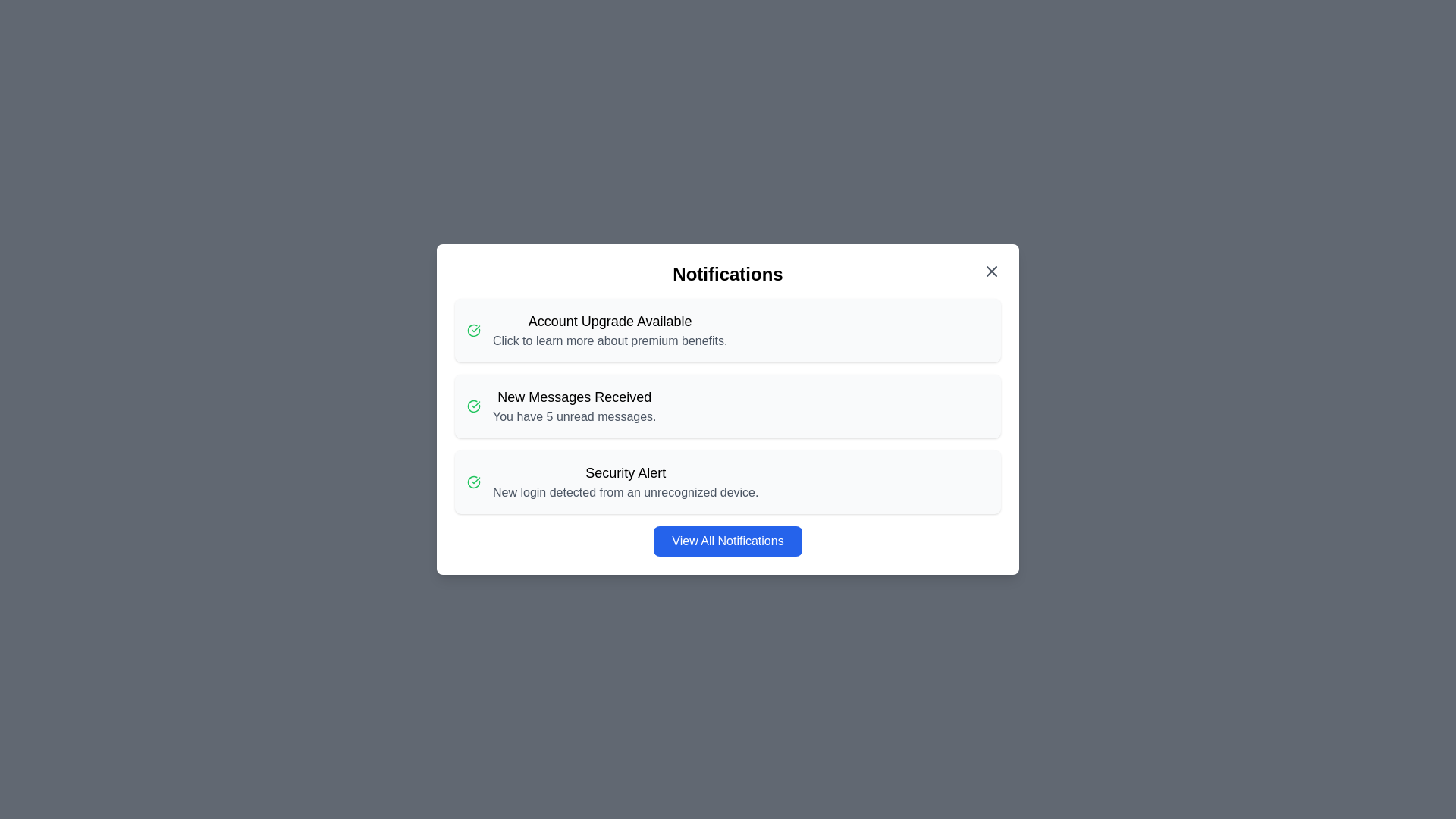  What do you see at coordinates (728, 540) in the screenshot?
I see `the button with a blue background and white rounded corners labeled 'View All Notifications'` at bounding box center [728, 540].